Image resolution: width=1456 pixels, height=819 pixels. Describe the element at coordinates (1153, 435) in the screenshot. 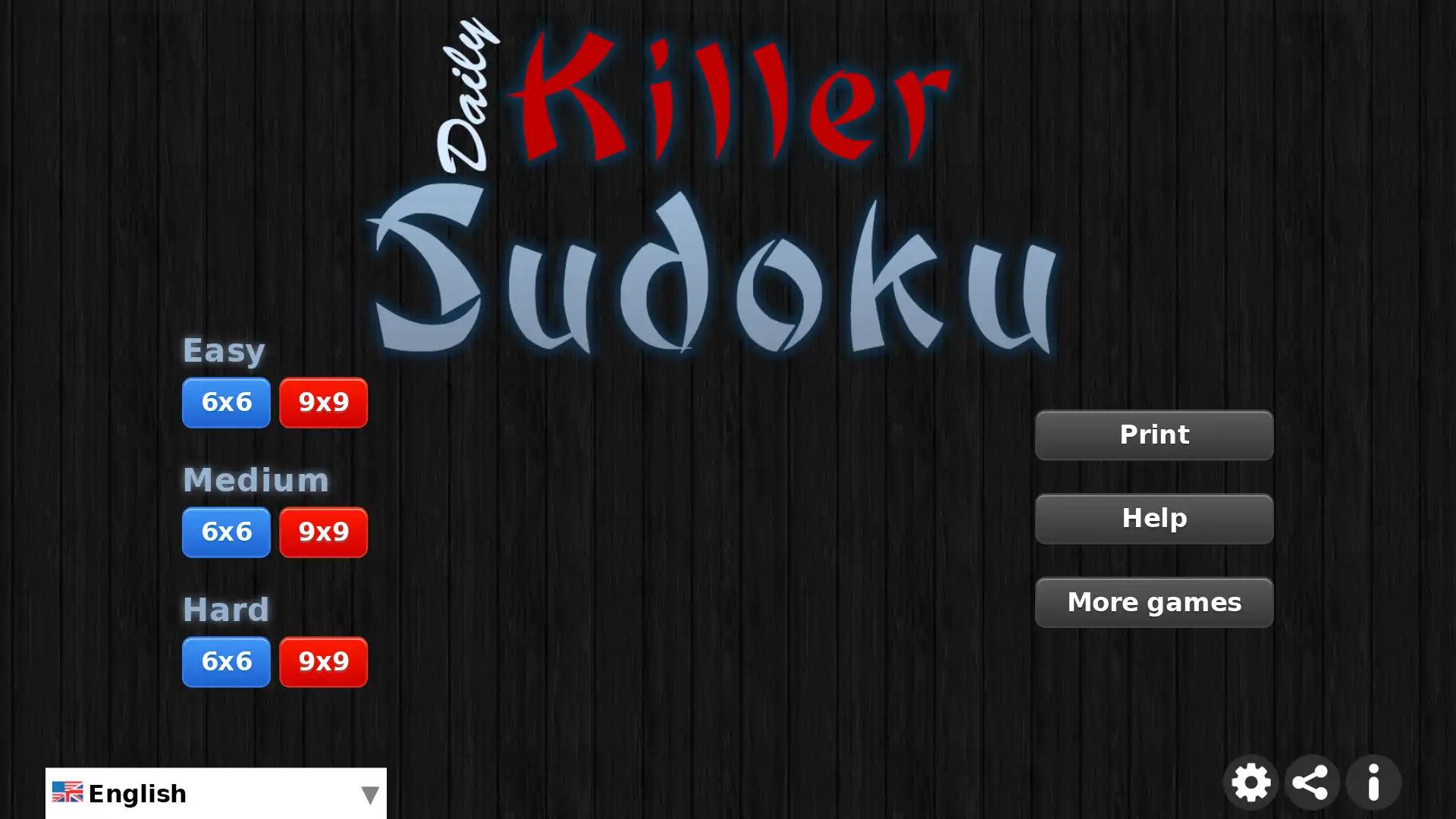

I see `Print` at that location.